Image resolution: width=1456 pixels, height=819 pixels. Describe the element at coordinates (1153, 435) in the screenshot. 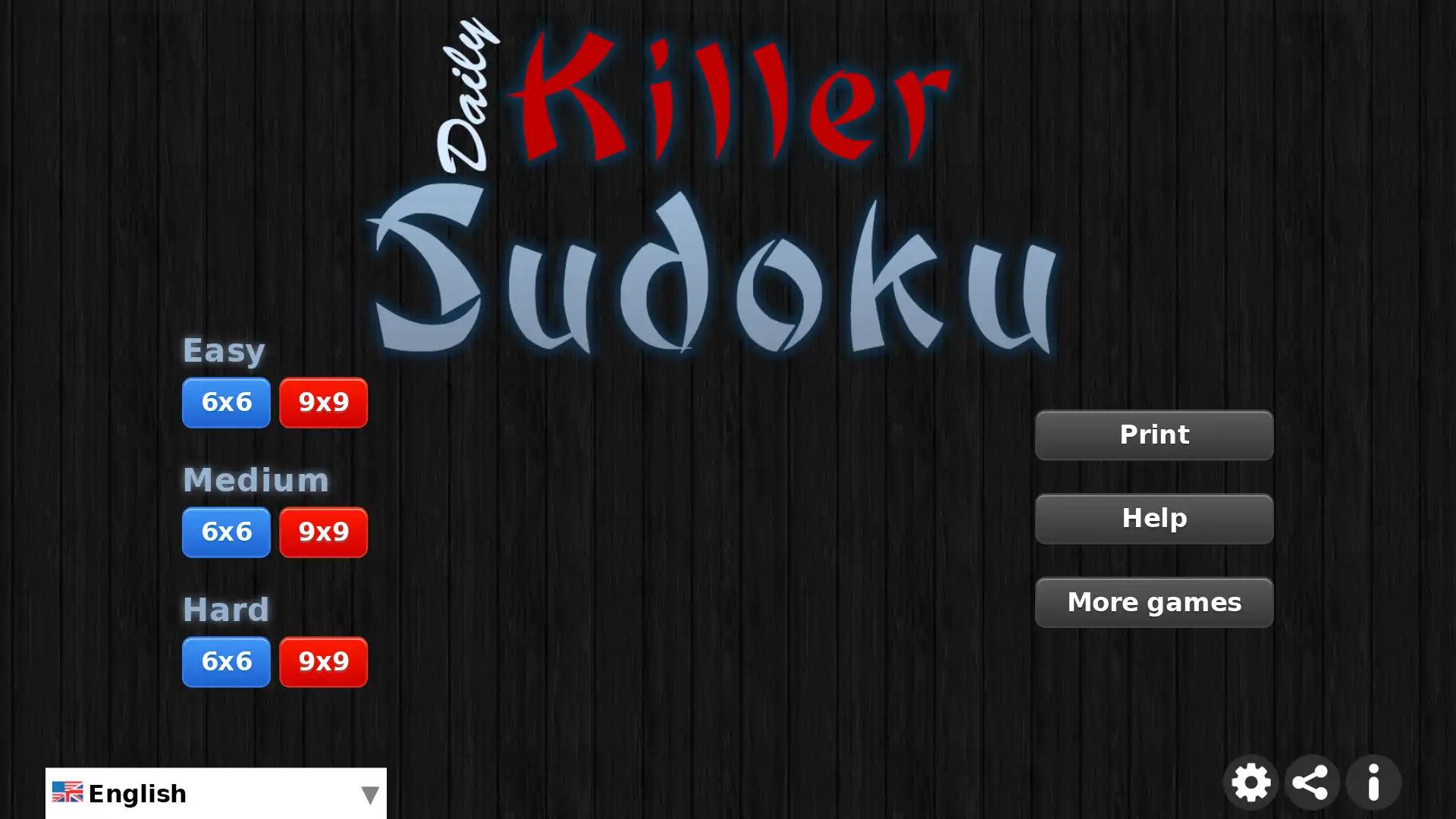

I see `Print` at that location.